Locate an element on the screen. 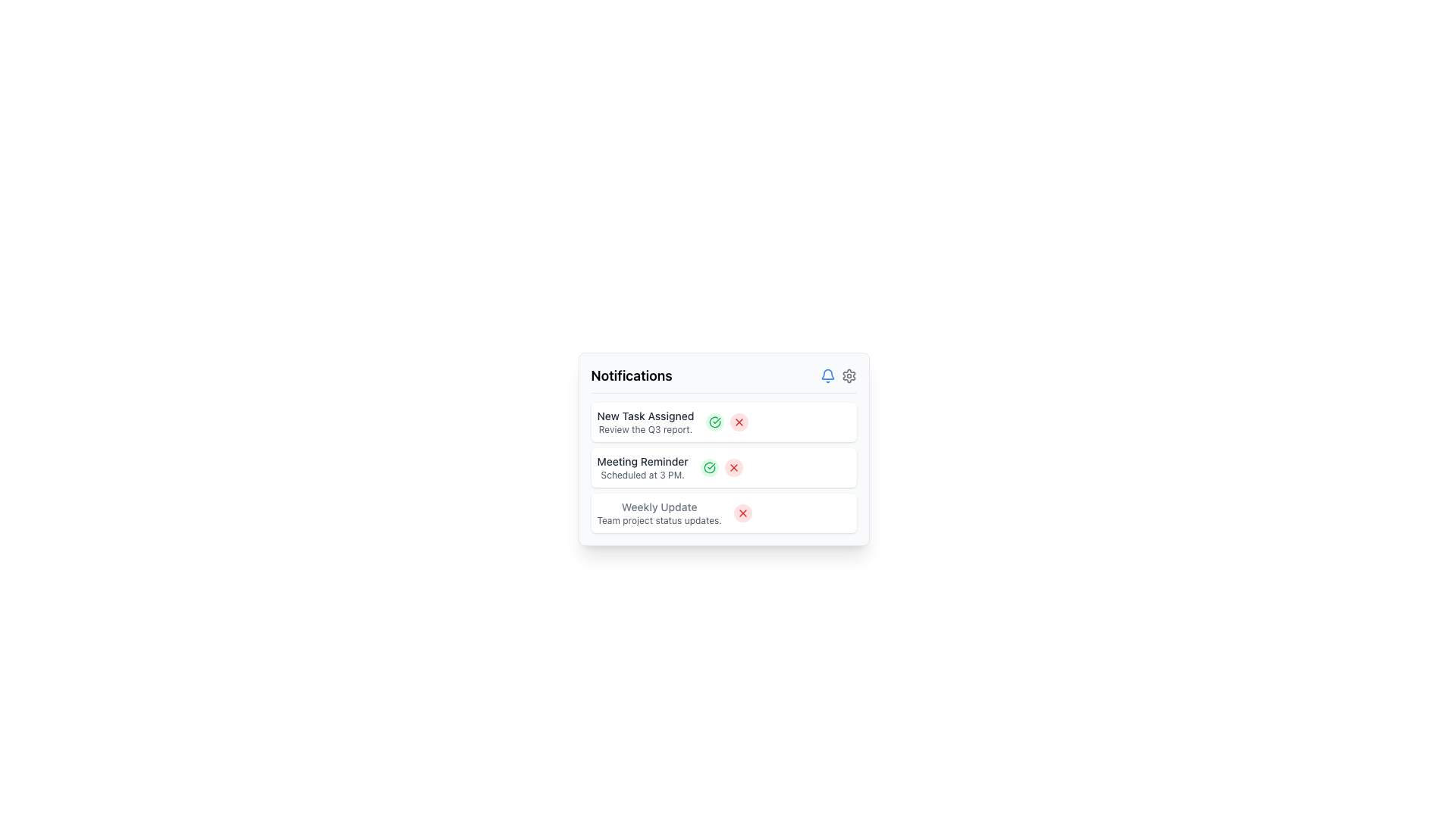  the gear-shaped icon button located at the top-right corner of the notification panel is located at coordinates (848, 375).